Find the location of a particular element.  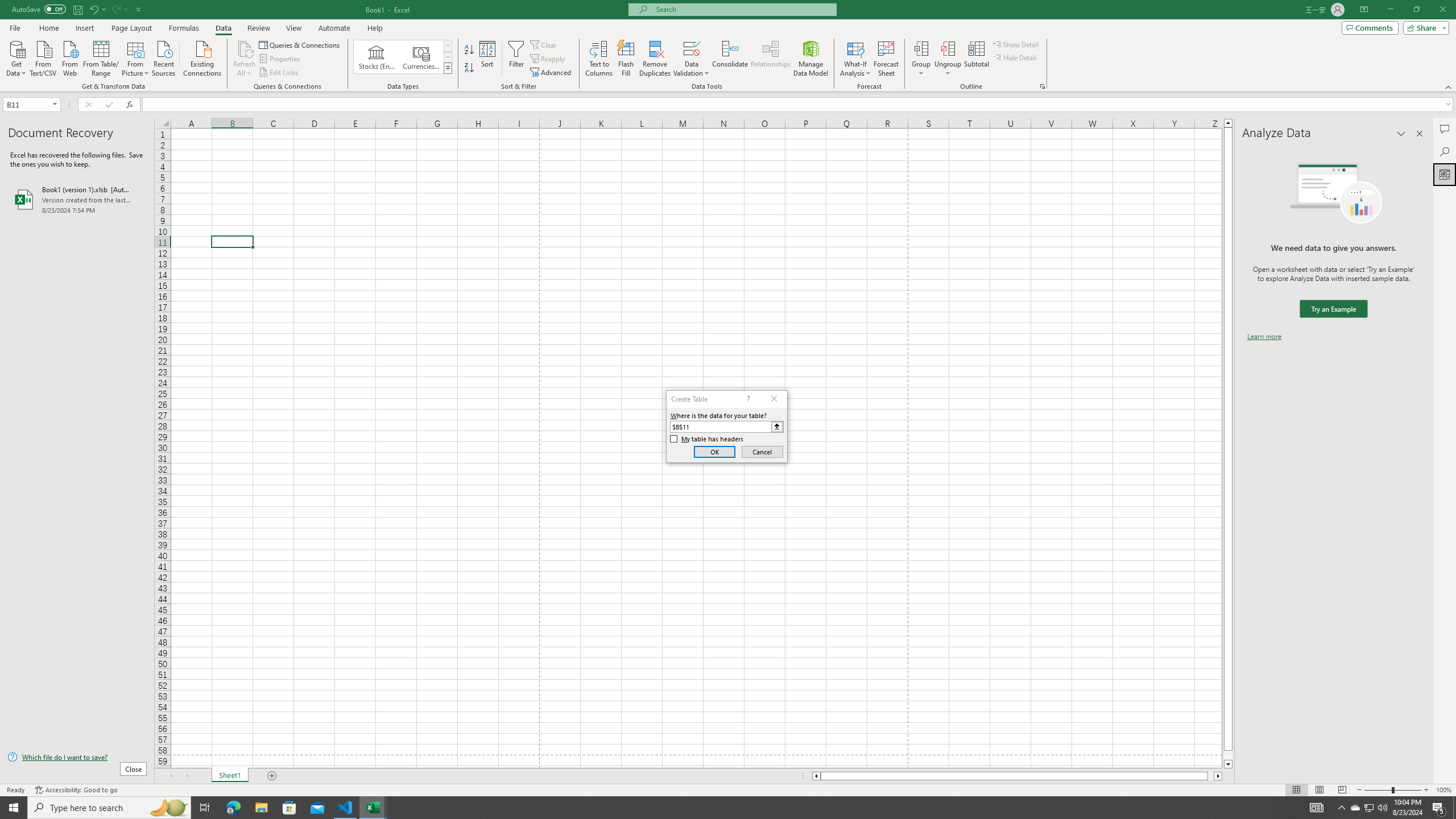

'Consolidate...' is located at coordinates (730, 59).